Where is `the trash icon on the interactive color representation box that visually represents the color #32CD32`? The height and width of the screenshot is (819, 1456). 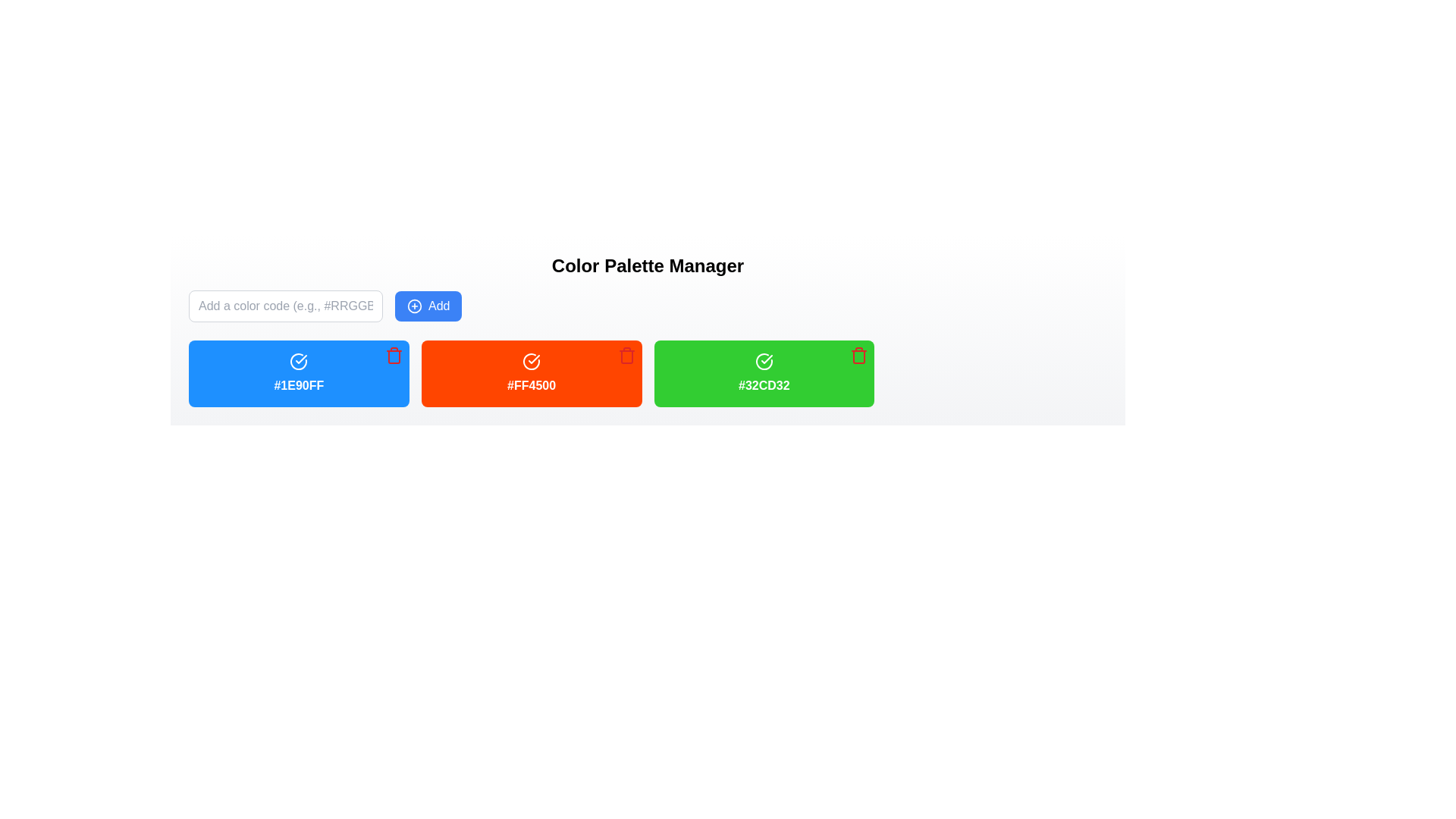 the trash icon on the interactive color representation box that visually represents the color #32CD32 is located at coordinates (764, 374).